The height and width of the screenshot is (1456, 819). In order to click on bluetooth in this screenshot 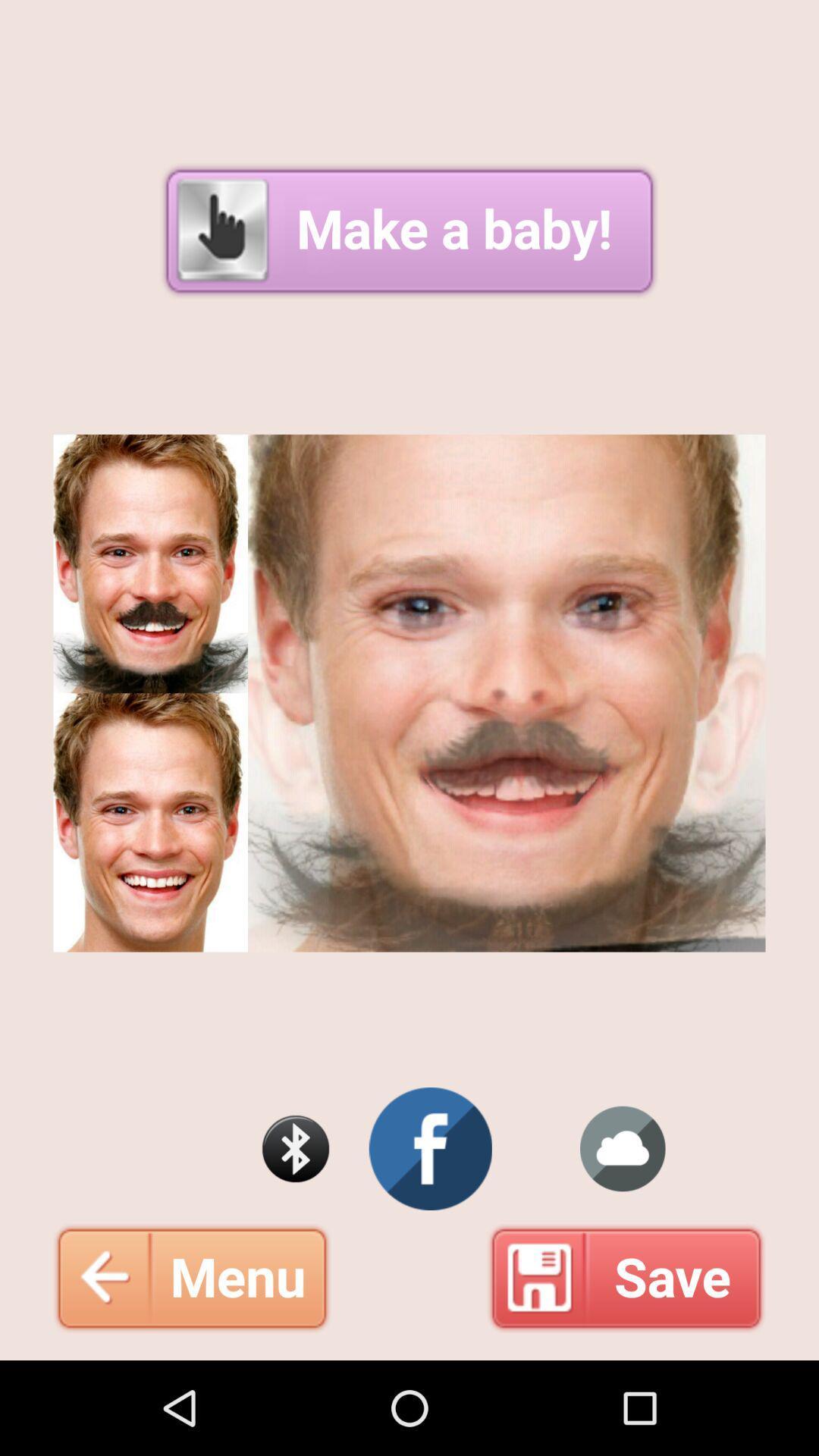, I will do `click(295, 1149)`.